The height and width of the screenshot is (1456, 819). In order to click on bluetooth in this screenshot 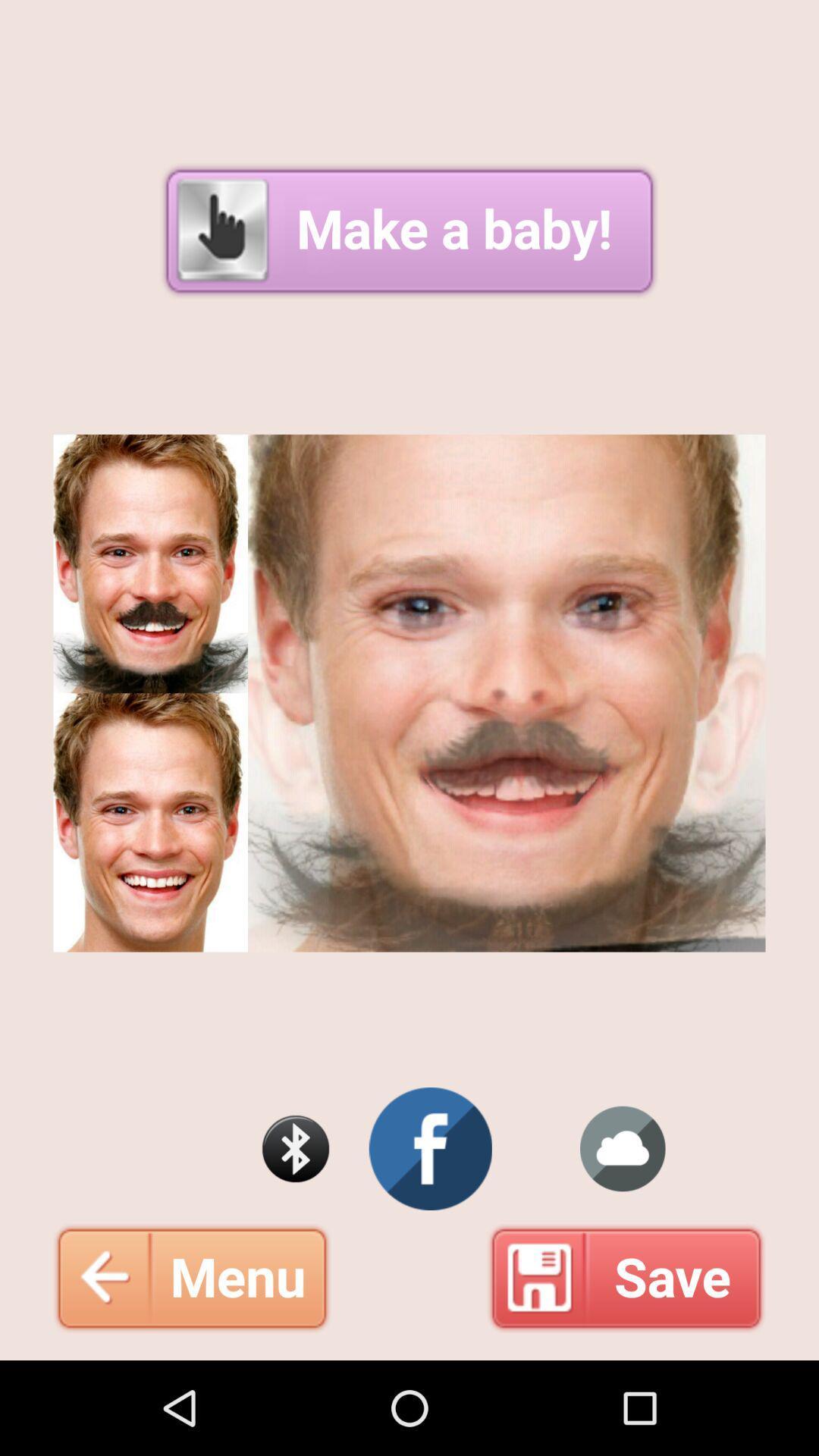, I will do `click(295, 1149)`.